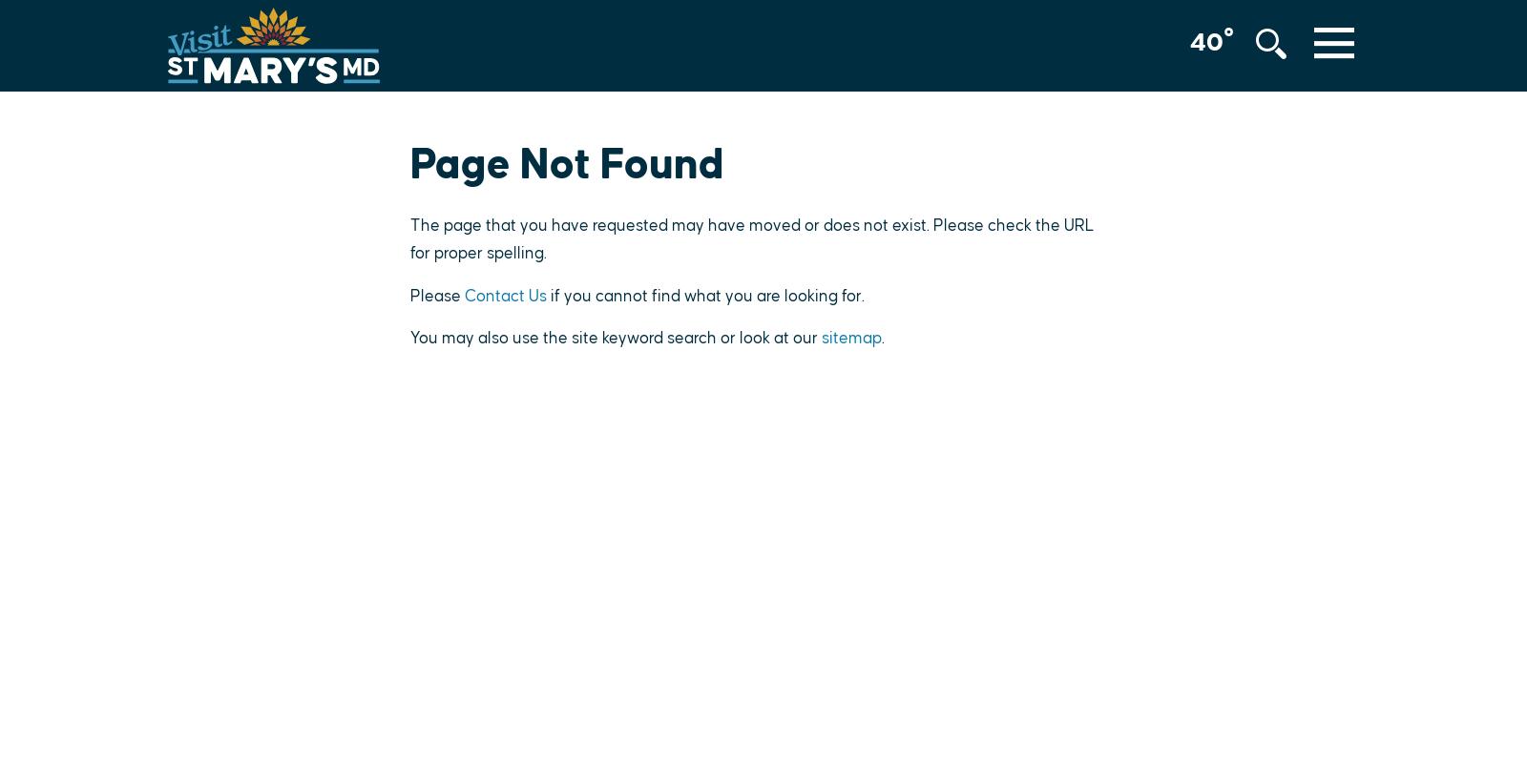 This screenshot has width=1527, height=784. Describe the element at coordinates (436, 295) in the screenshot. I see `'Please'` at that location.